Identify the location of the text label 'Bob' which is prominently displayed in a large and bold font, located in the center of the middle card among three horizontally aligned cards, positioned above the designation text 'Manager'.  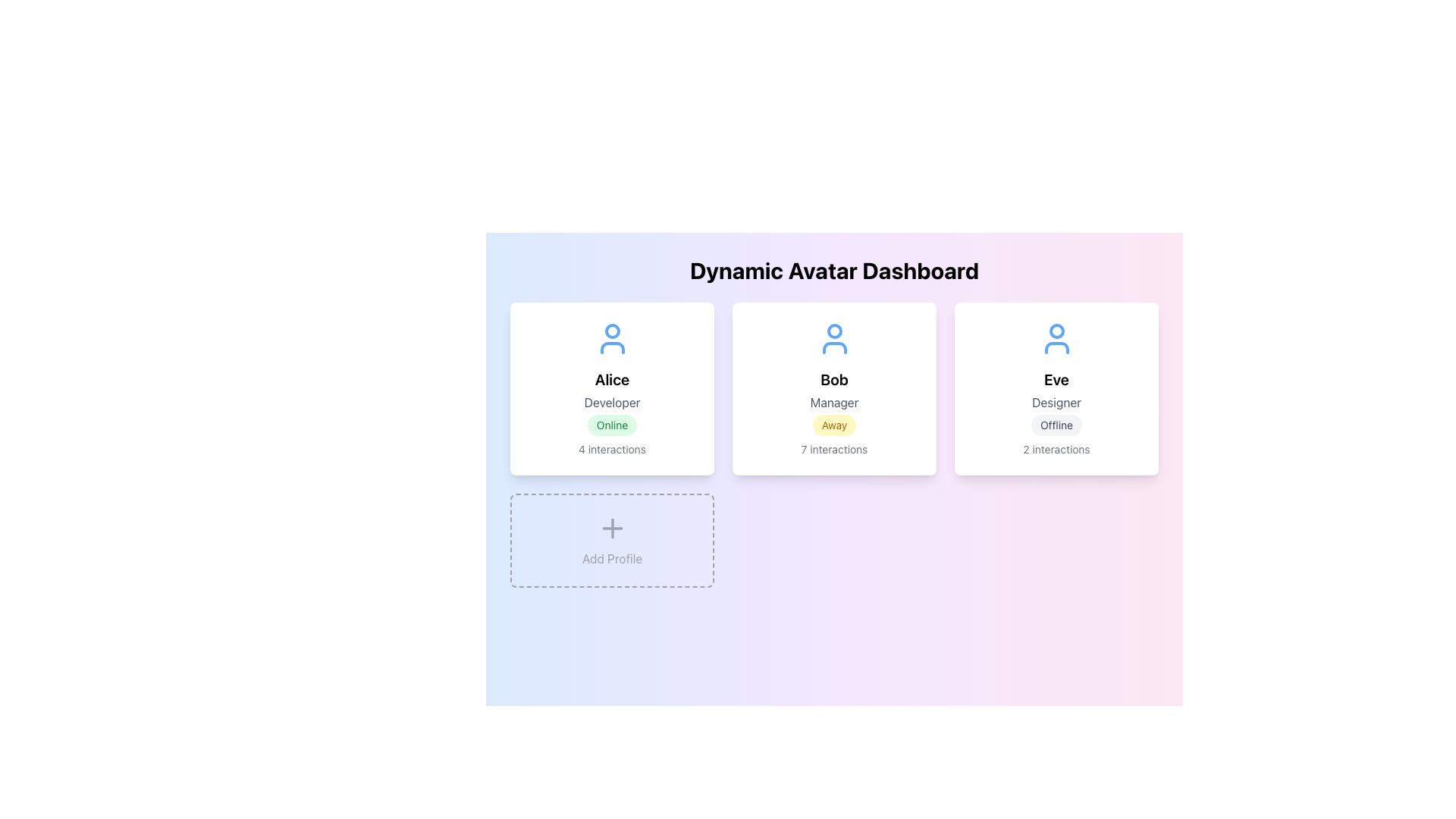
(833, 379).